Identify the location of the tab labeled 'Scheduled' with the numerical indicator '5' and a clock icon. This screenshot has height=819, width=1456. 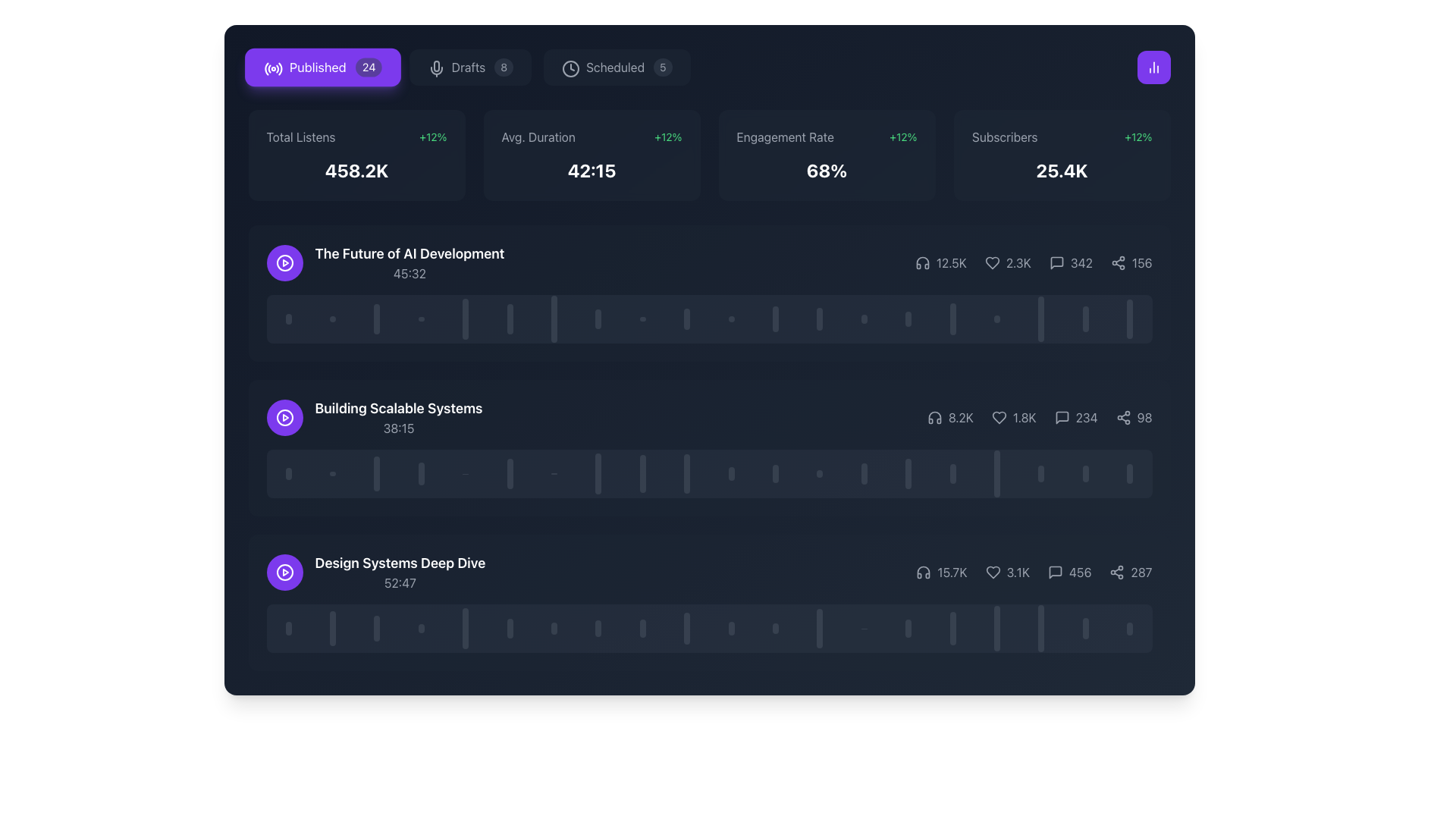
(617, 66).